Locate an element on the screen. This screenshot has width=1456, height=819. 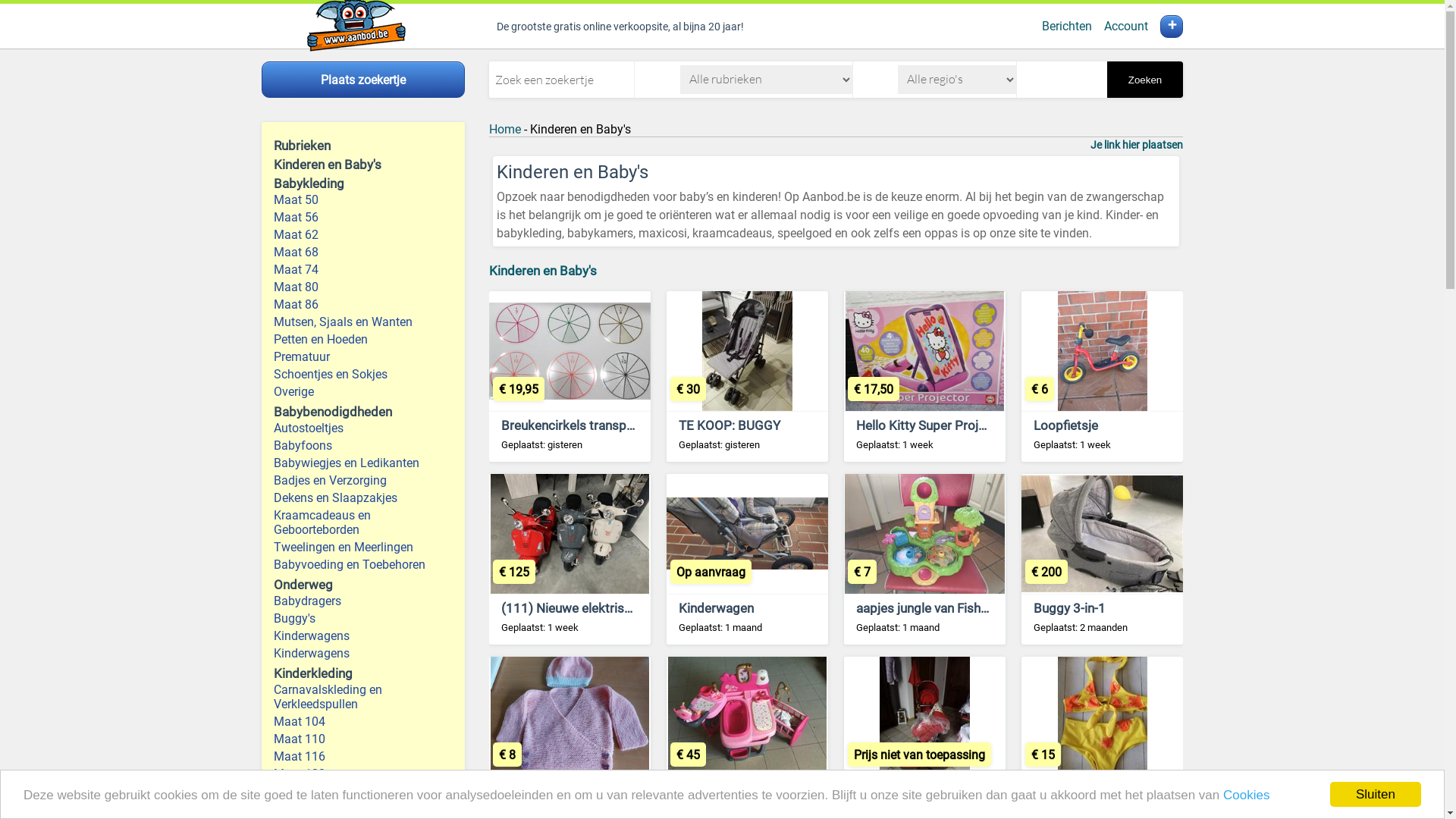
'Maat 56' is located at coordinates (273, 217).